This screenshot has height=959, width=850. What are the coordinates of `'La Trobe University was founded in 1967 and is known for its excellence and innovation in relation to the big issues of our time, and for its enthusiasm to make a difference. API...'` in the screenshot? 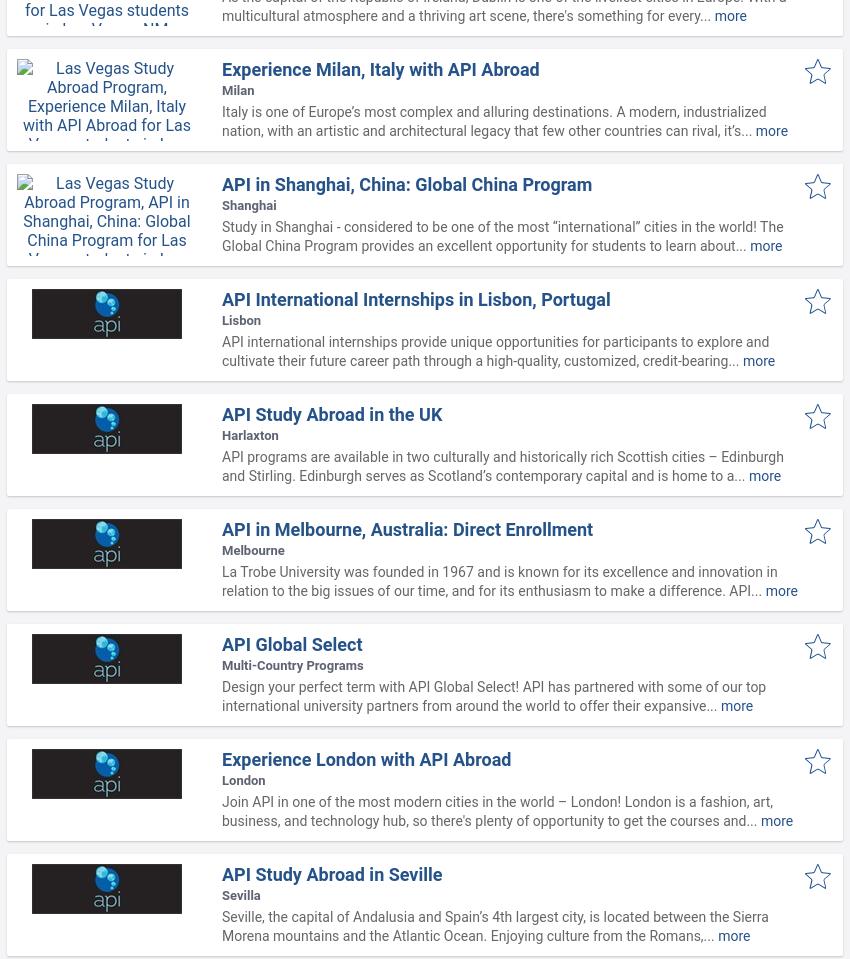 It's located at (499, 580).